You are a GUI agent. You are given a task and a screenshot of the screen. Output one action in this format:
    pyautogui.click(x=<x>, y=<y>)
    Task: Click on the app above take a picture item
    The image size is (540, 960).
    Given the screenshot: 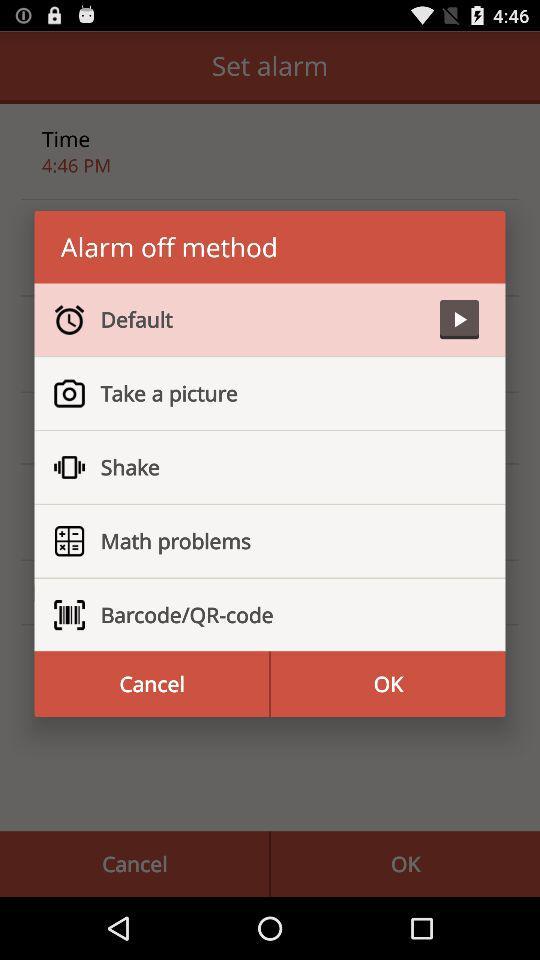 What is the action you would take?
    pyautogui.click(x=459, y=319)
    